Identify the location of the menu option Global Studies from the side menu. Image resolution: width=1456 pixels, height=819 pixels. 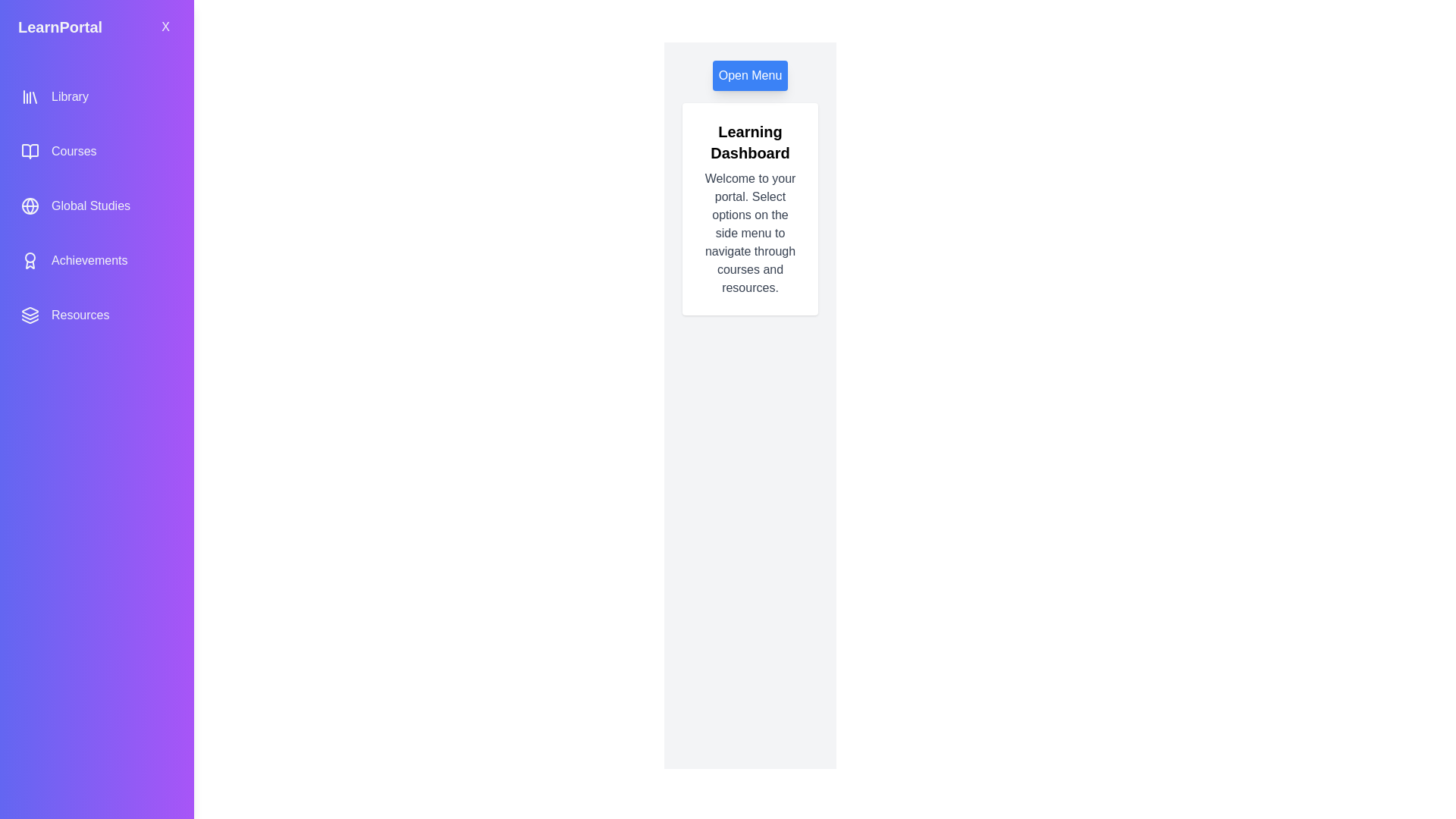
(96, 206).